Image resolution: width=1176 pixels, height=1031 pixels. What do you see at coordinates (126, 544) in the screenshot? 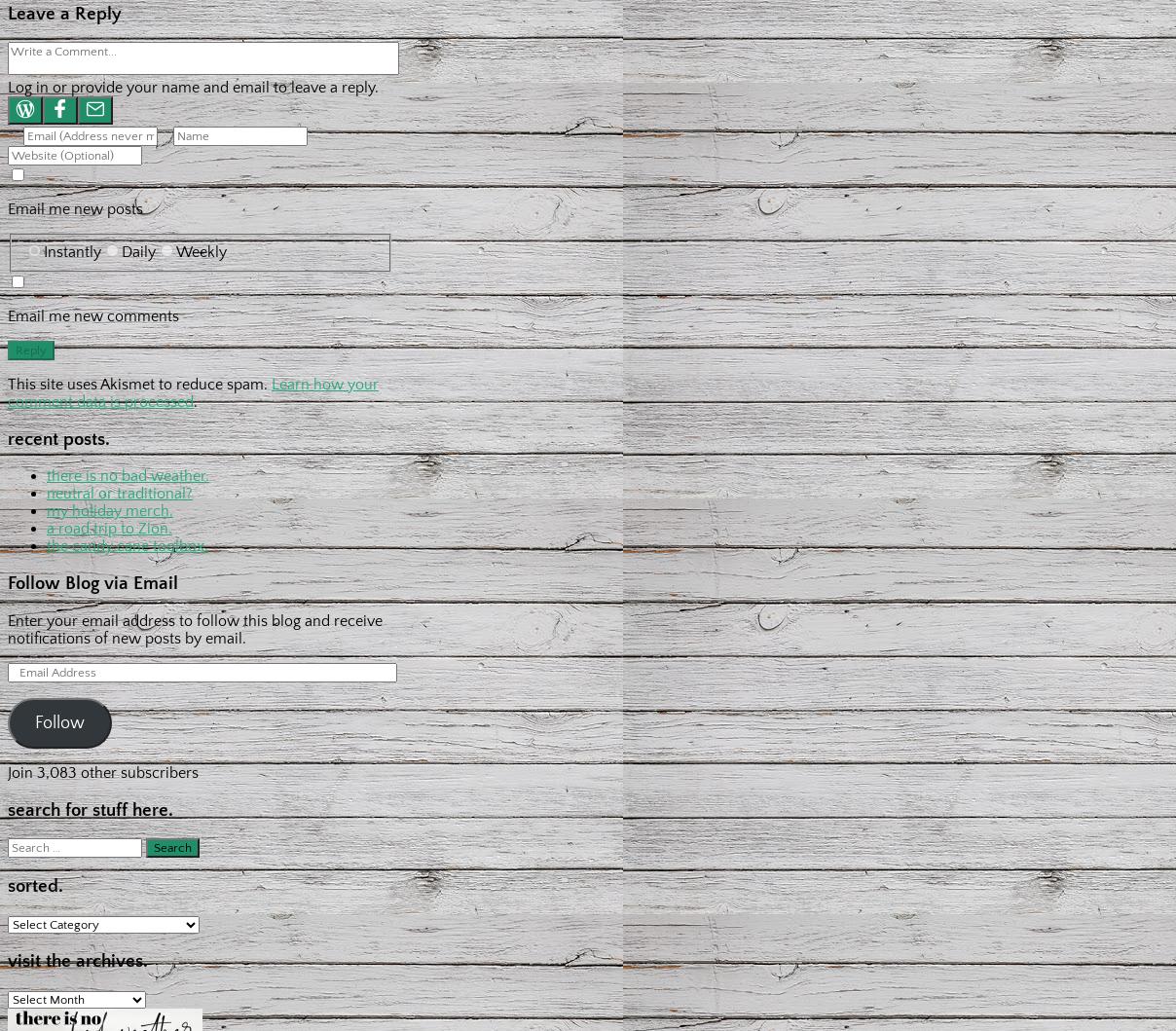
I see `'the candy cane toolbox.'` at bounding box center [126, 544].